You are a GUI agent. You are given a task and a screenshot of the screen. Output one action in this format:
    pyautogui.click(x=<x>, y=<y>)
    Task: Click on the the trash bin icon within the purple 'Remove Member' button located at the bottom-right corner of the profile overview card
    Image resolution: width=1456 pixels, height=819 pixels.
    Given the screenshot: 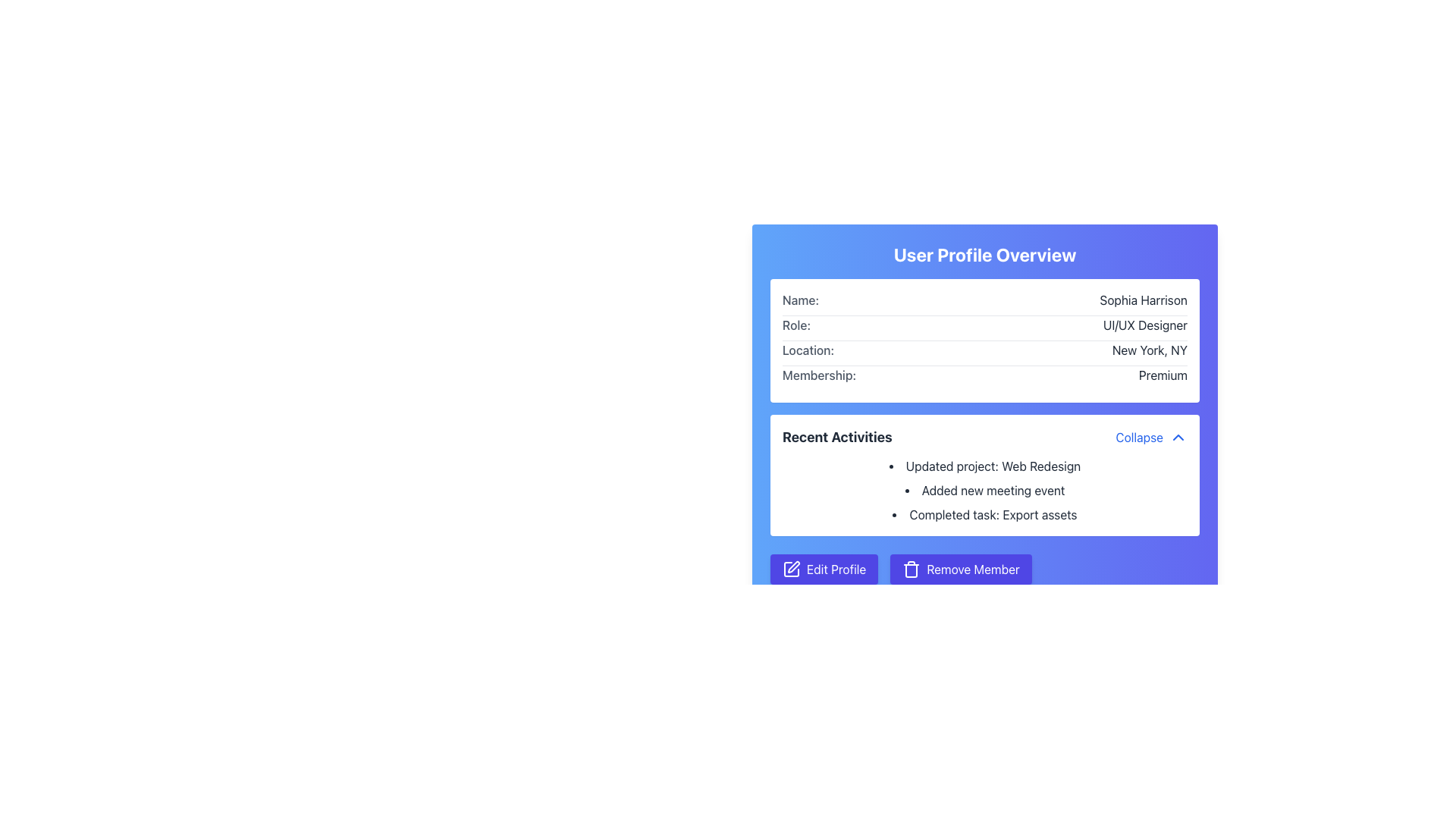 What is the action you would take?
    pyautogui.click(x=911, y=570)
    